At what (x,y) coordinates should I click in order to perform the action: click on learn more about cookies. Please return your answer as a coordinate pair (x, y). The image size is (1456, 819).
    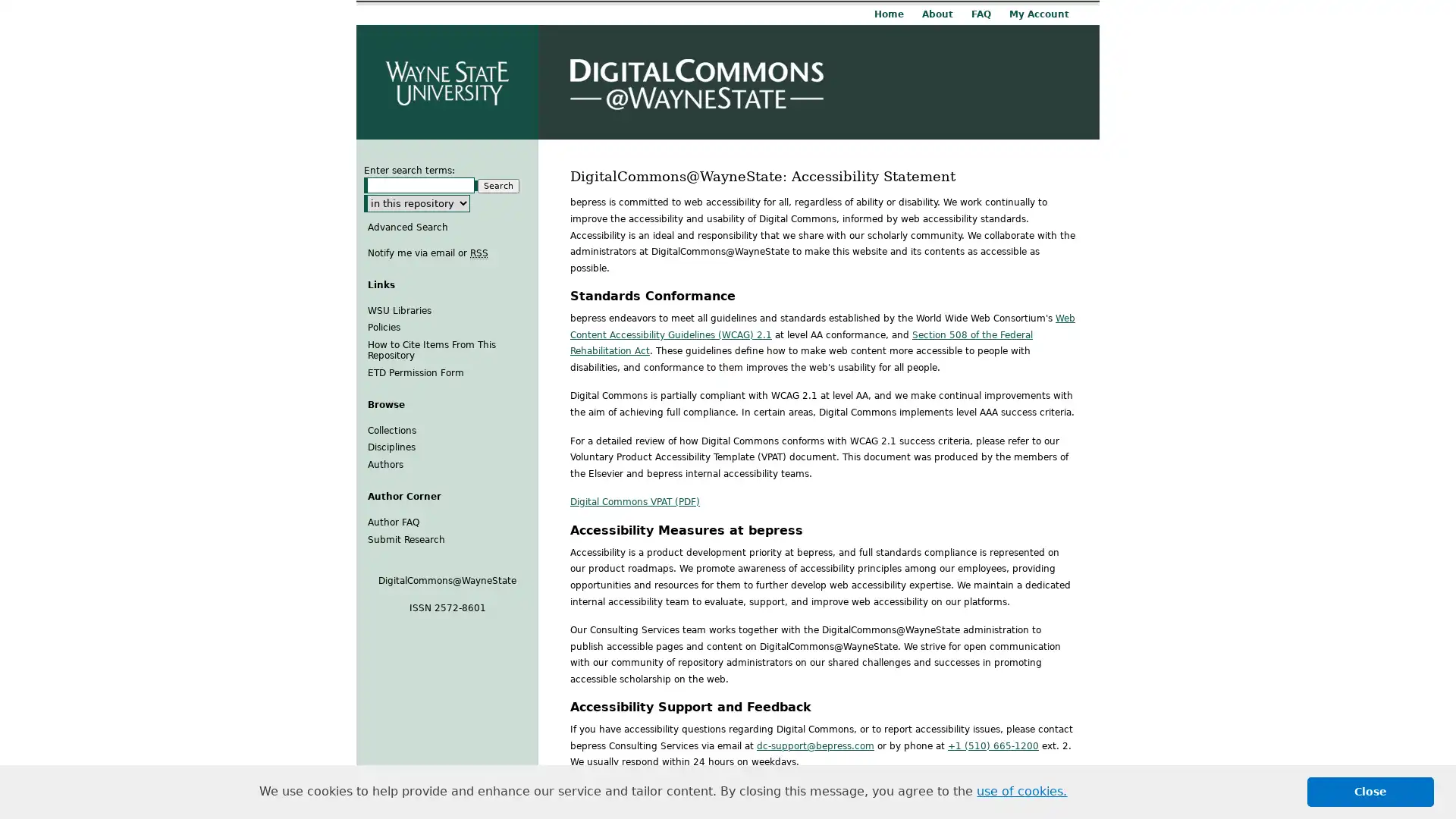
    Looking at the image, I should click on (1021, 791).